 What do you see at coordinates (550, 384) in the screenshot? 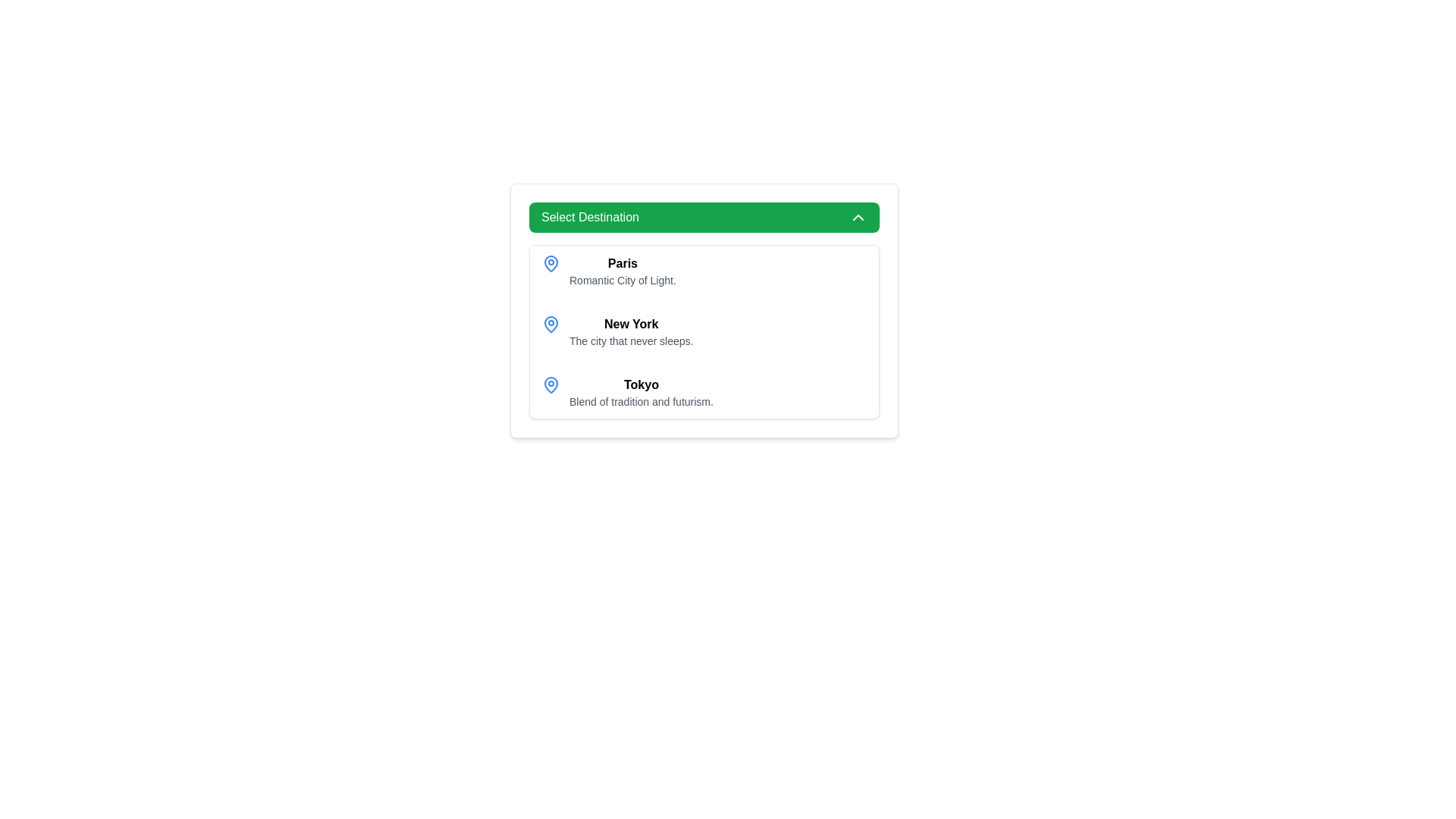
I see `the blue map pin icon located to the left of the text 'TokyoBlending of tradition and futurism.' in the third list item` at bounding box center [550, 384].